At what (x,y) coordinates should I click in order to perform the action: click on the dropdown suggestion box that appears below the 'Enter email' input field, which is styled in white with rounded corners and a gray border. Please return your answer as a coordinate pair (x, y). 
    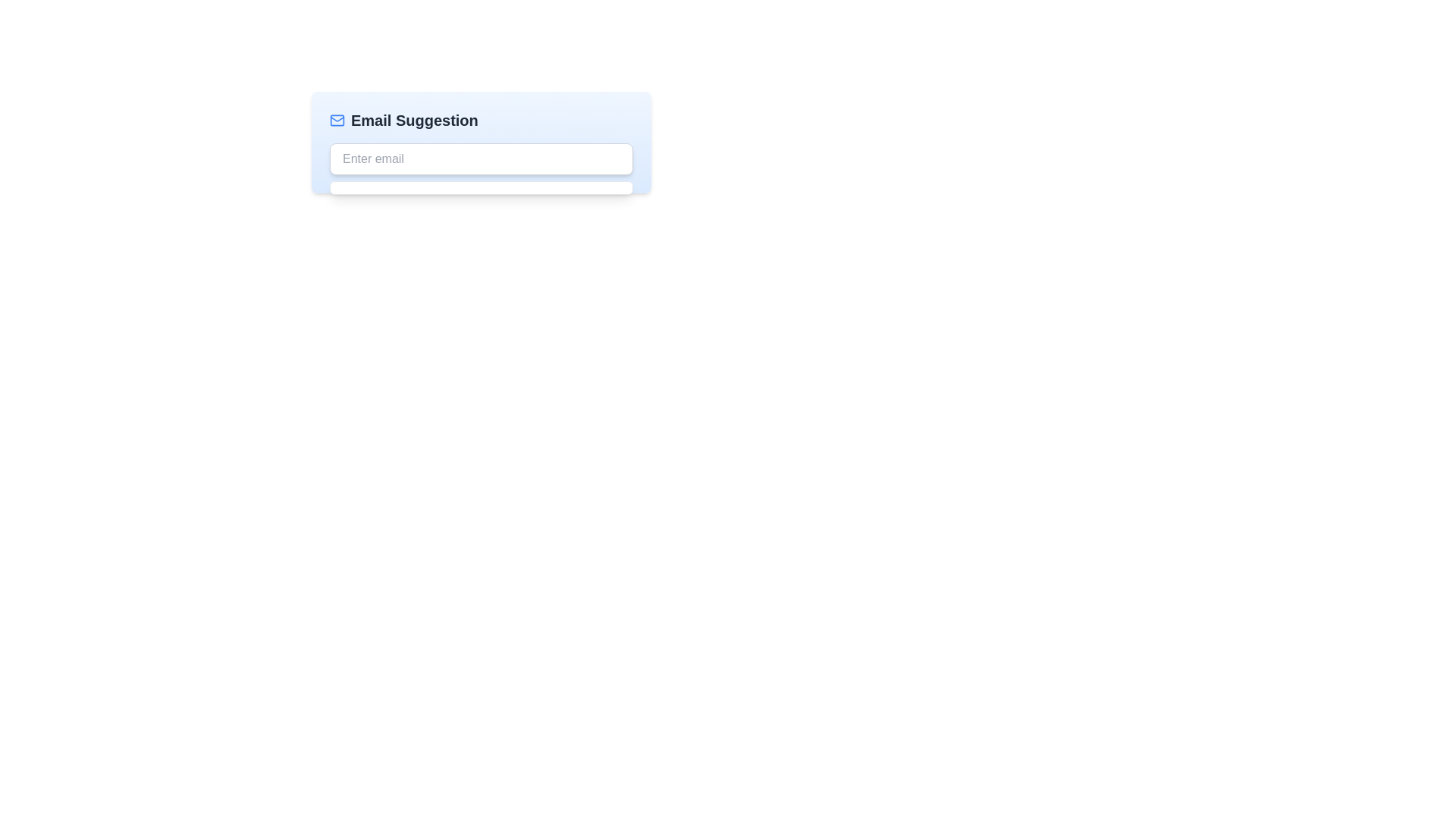
    Looking at the image, I should click on (480, 187).